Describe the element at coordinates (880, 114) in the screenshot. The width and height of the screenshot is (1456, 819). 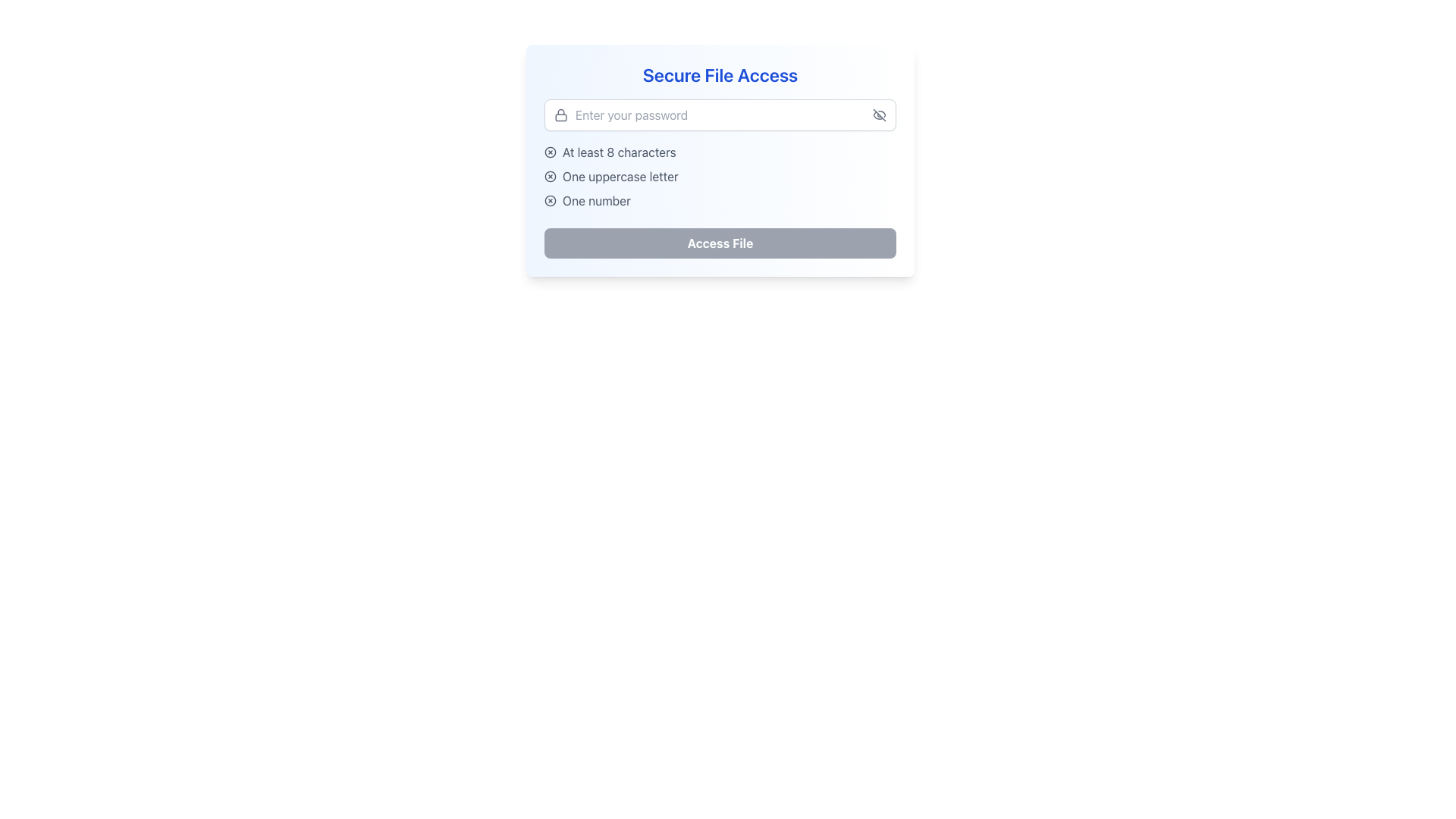
I see `the password visibility toggle icon button located at the far right of the password input field` at that location.